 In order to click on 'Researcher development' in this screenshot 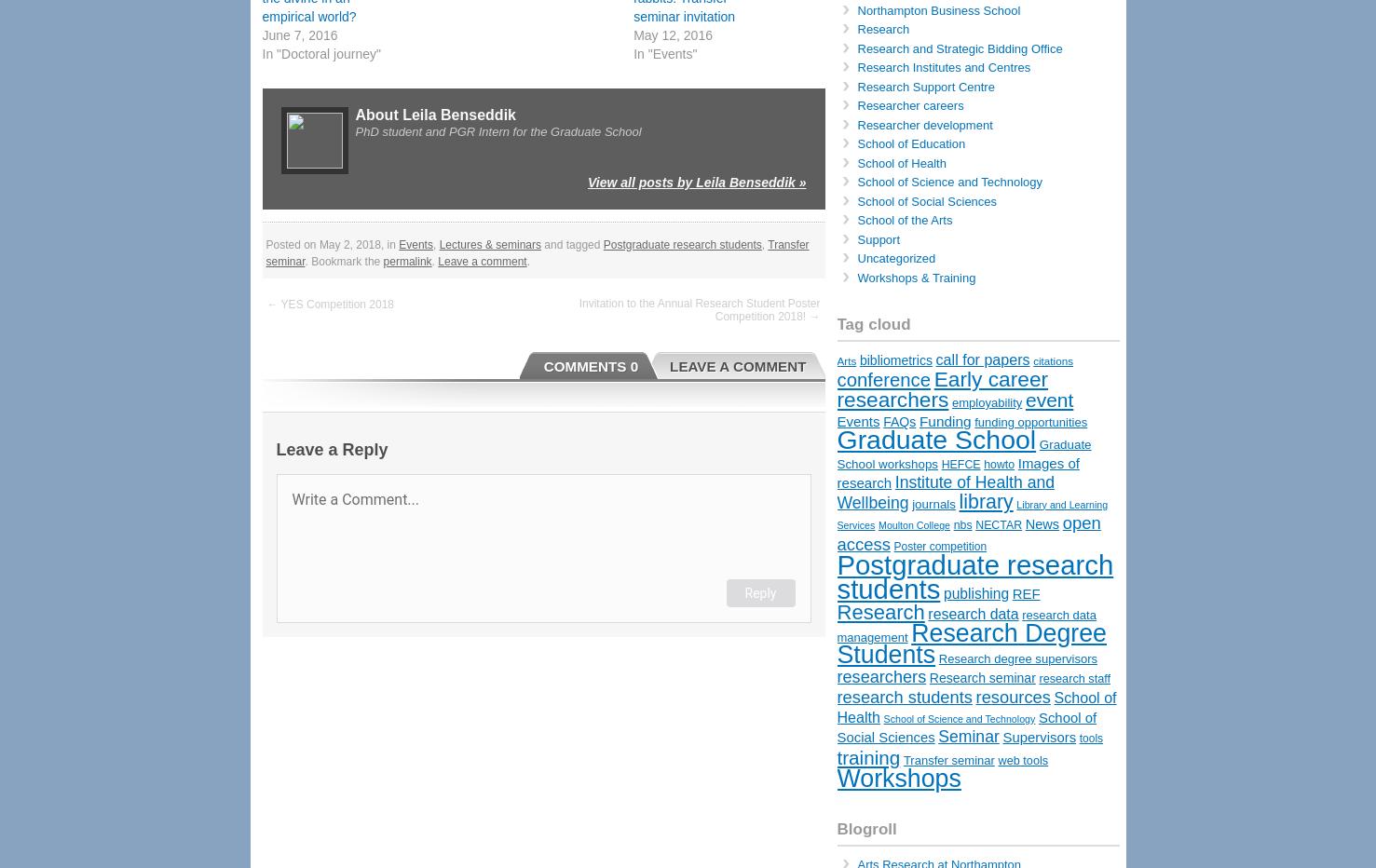, I will do `click(923, 123)`.